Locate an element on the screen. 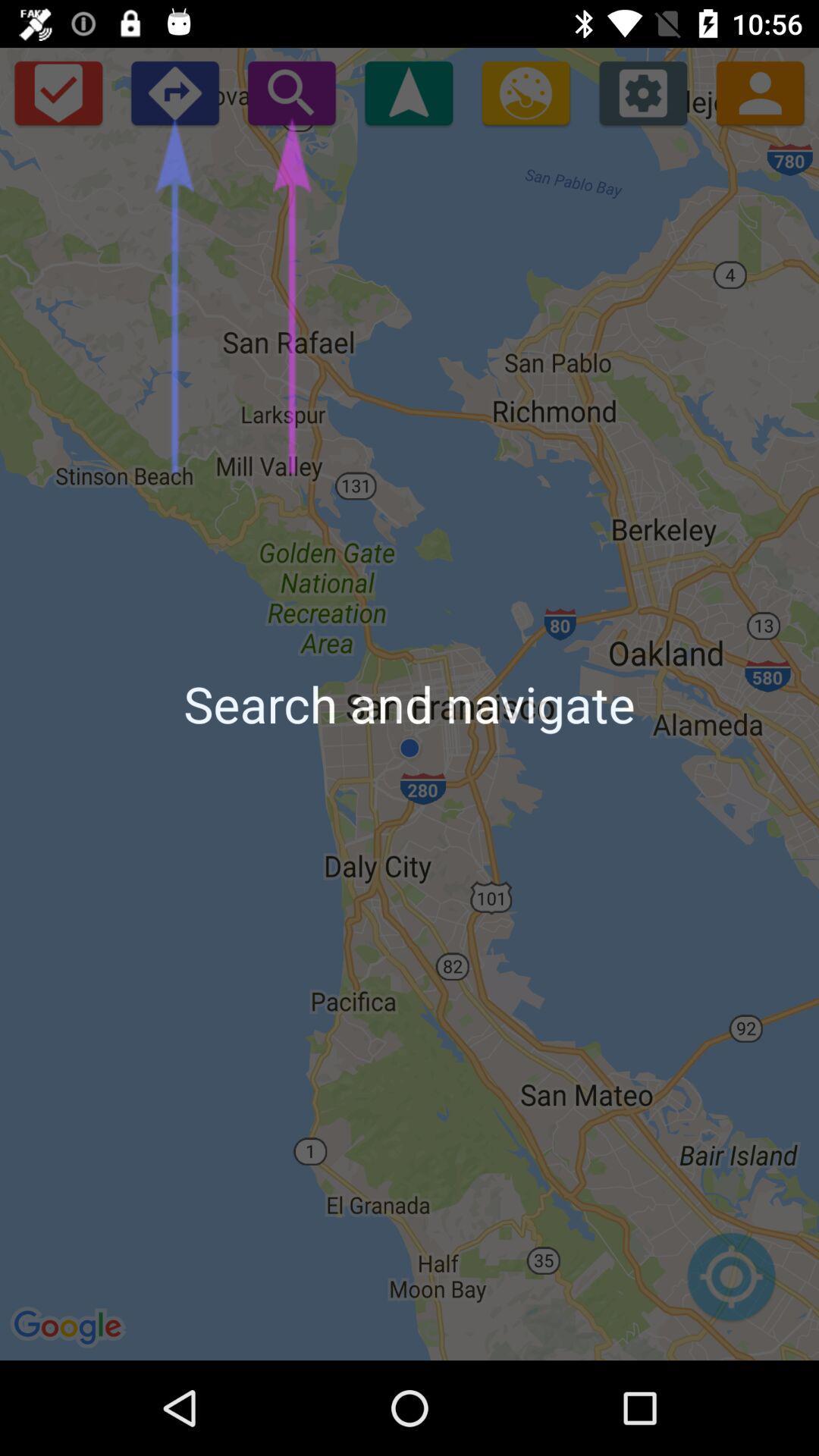 The image size is (819, 1456). the item above the search and navigate app is located at coordinates (643, 92).